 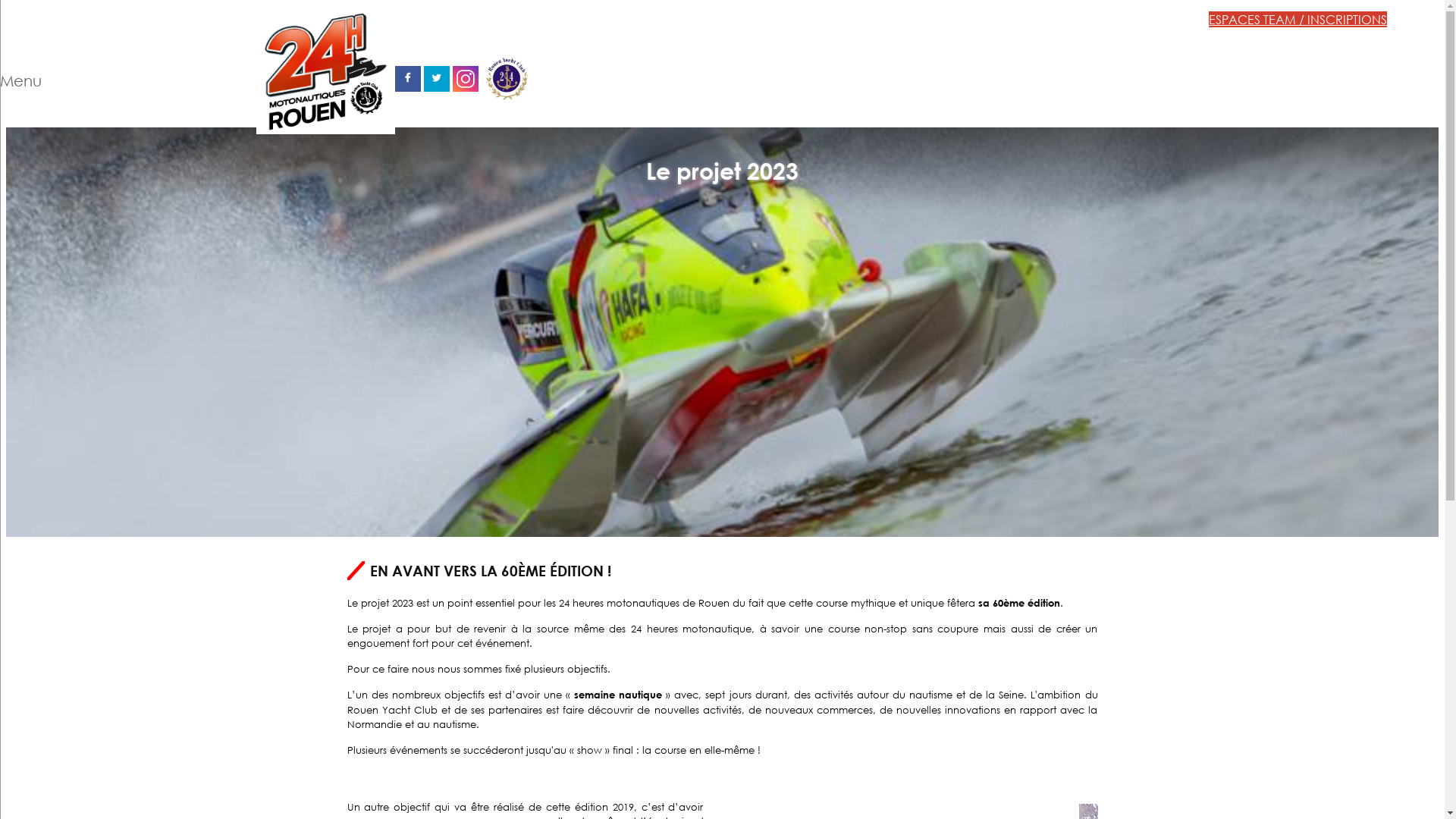 I want to click on 'ESPACES TEAM / INSCRIPTIONS', so click(x=1207, y=19).